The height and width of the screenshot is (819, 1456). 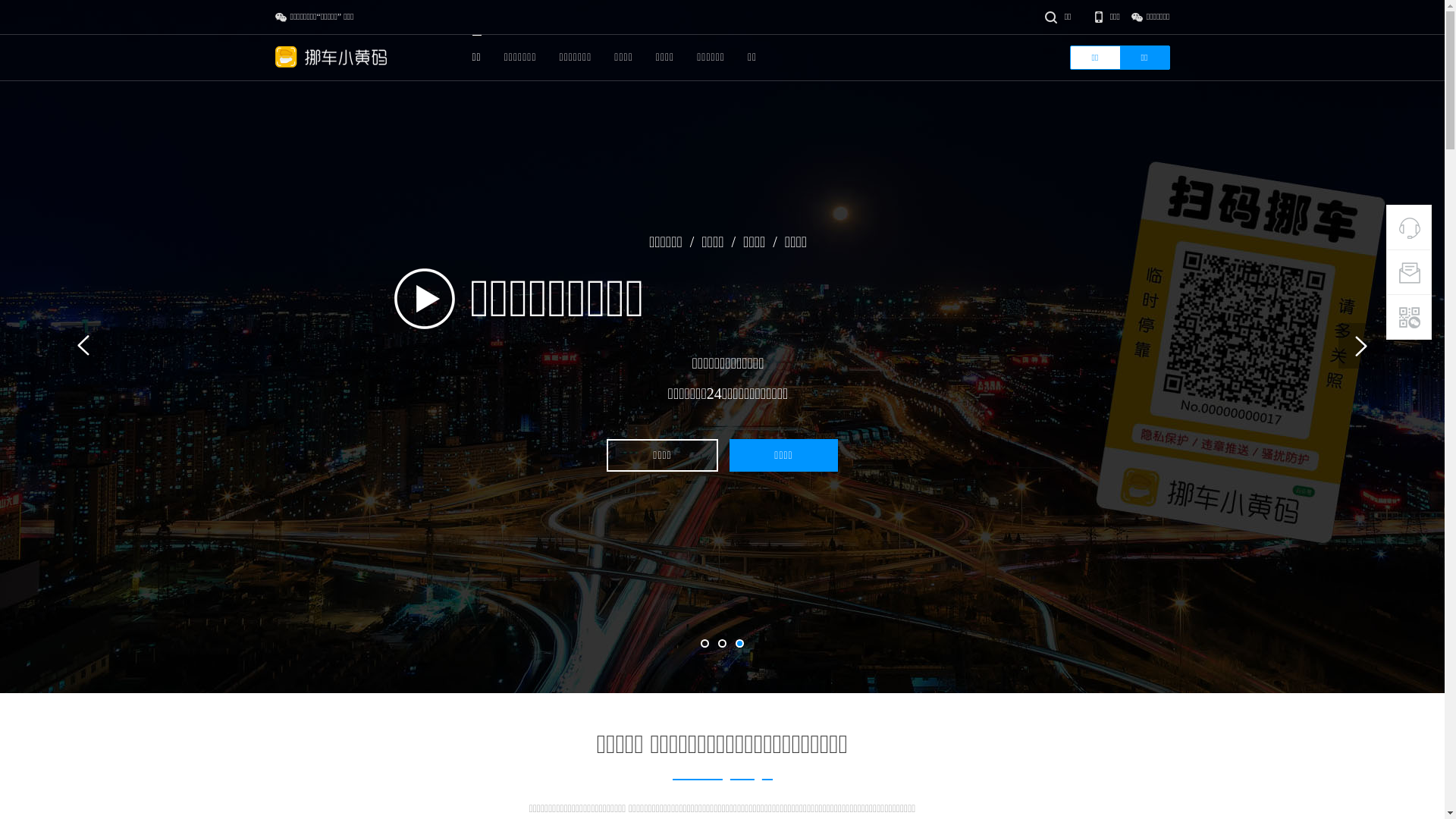 What do you see at coordinates (979, 27) in the screenshot?
I see `'true'` at bounding box center [979, 27].